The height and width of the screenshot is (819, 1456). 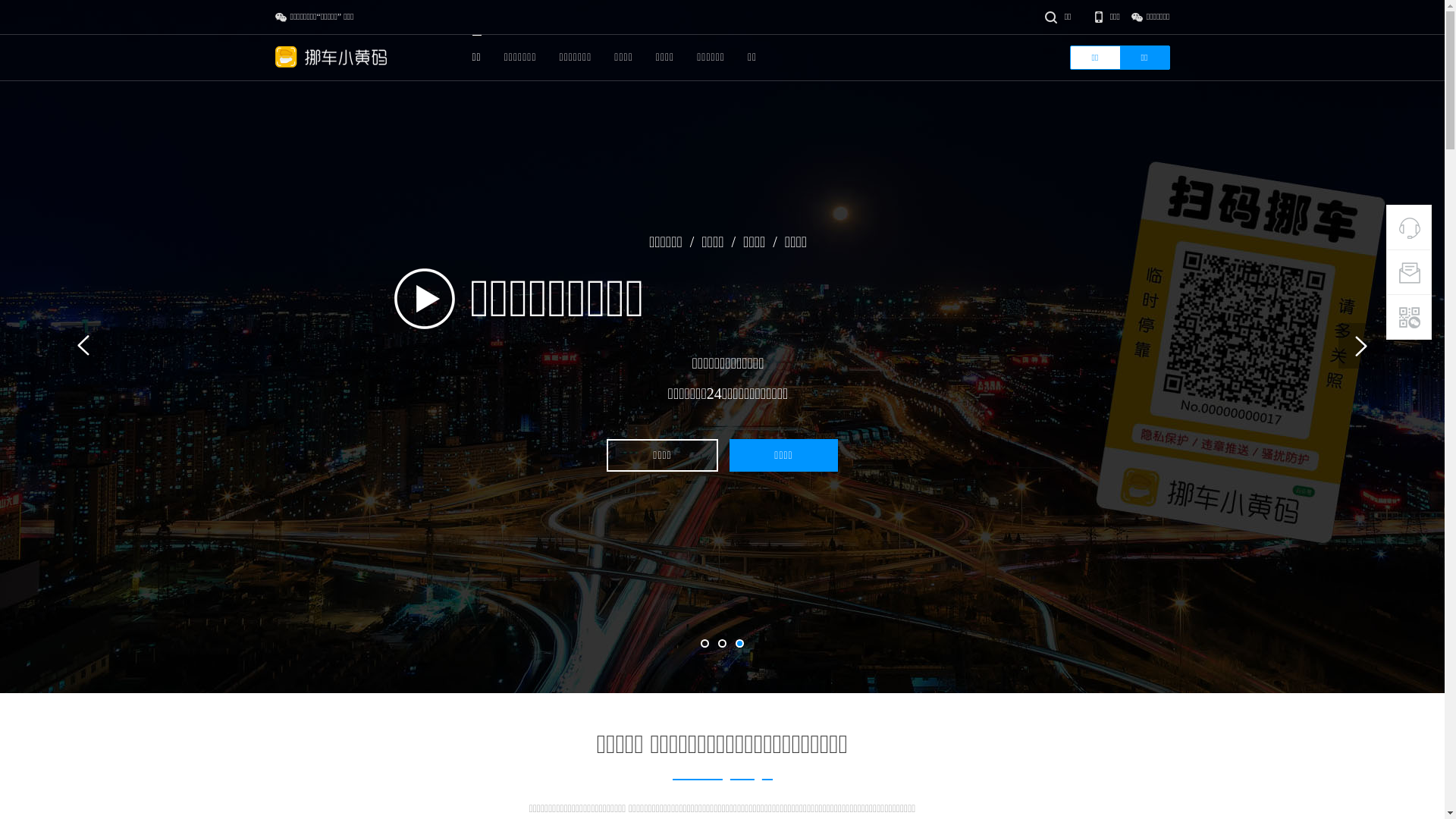 What do you see at coordinates (979, 27) in the screenshot?
I see `'true'` at bounding box center [979, 27].